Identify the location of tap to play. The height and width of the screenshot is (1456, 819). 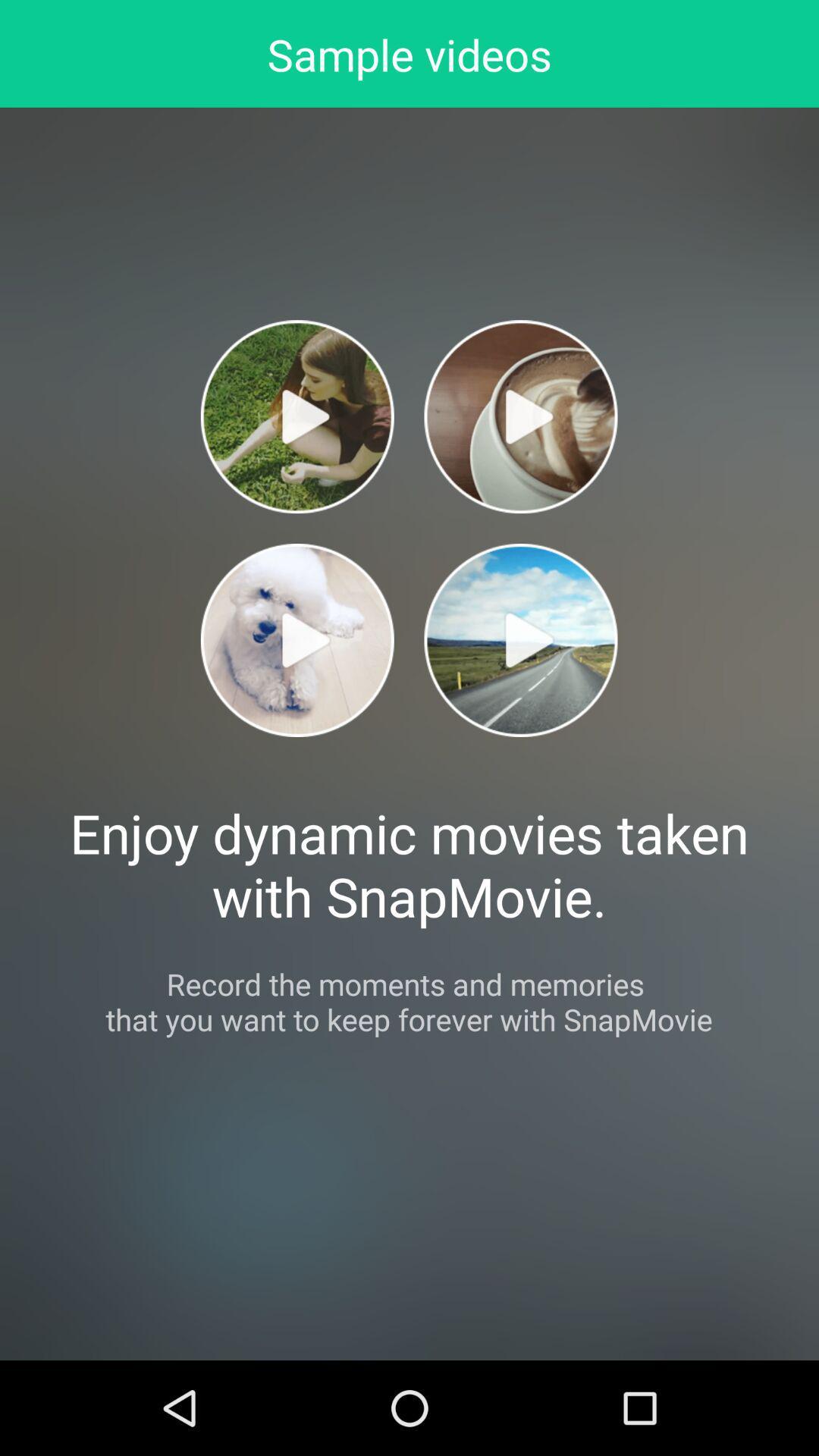
(519, 416).